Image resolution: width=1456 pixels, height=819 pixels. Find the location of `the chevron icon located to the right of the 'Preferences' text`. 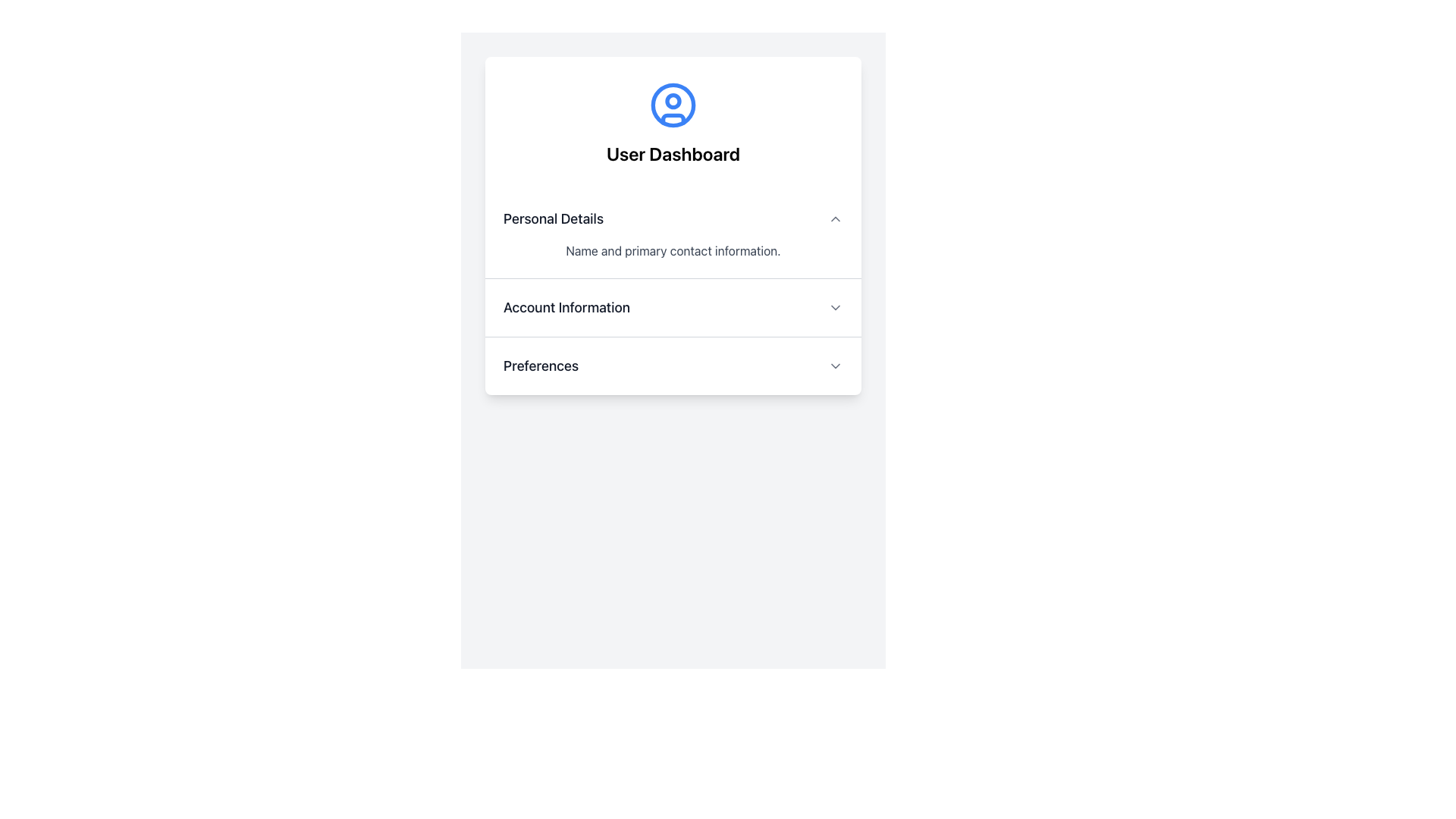

the chevron icon located to the right of the 'Preferences' text is located at coordinates (835, 366).